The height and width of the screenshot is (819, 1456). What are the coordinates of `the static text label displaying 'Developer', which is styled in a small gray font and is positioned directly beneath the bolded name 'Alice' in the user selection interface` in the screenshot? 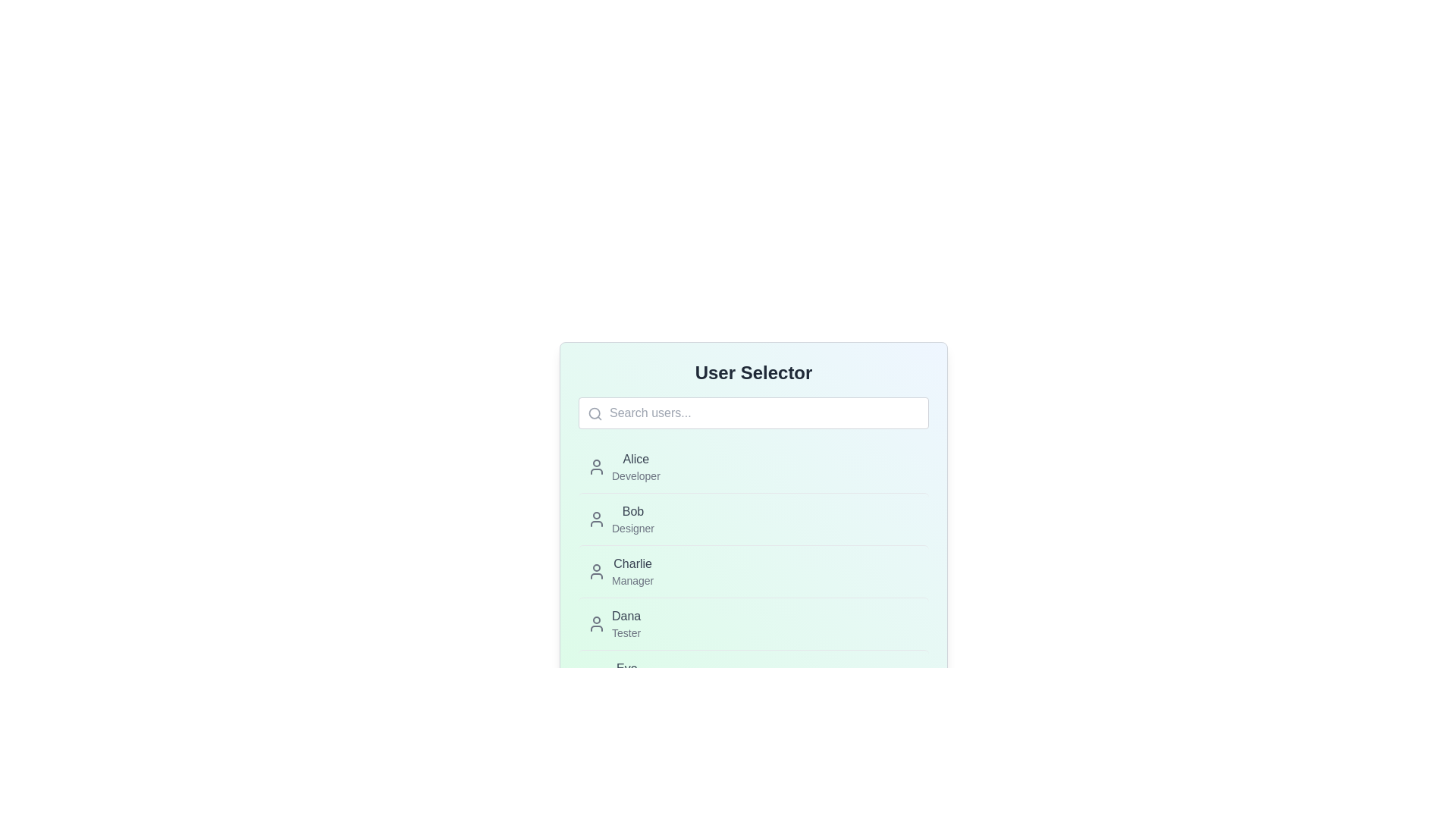 It's located at (635, 475).